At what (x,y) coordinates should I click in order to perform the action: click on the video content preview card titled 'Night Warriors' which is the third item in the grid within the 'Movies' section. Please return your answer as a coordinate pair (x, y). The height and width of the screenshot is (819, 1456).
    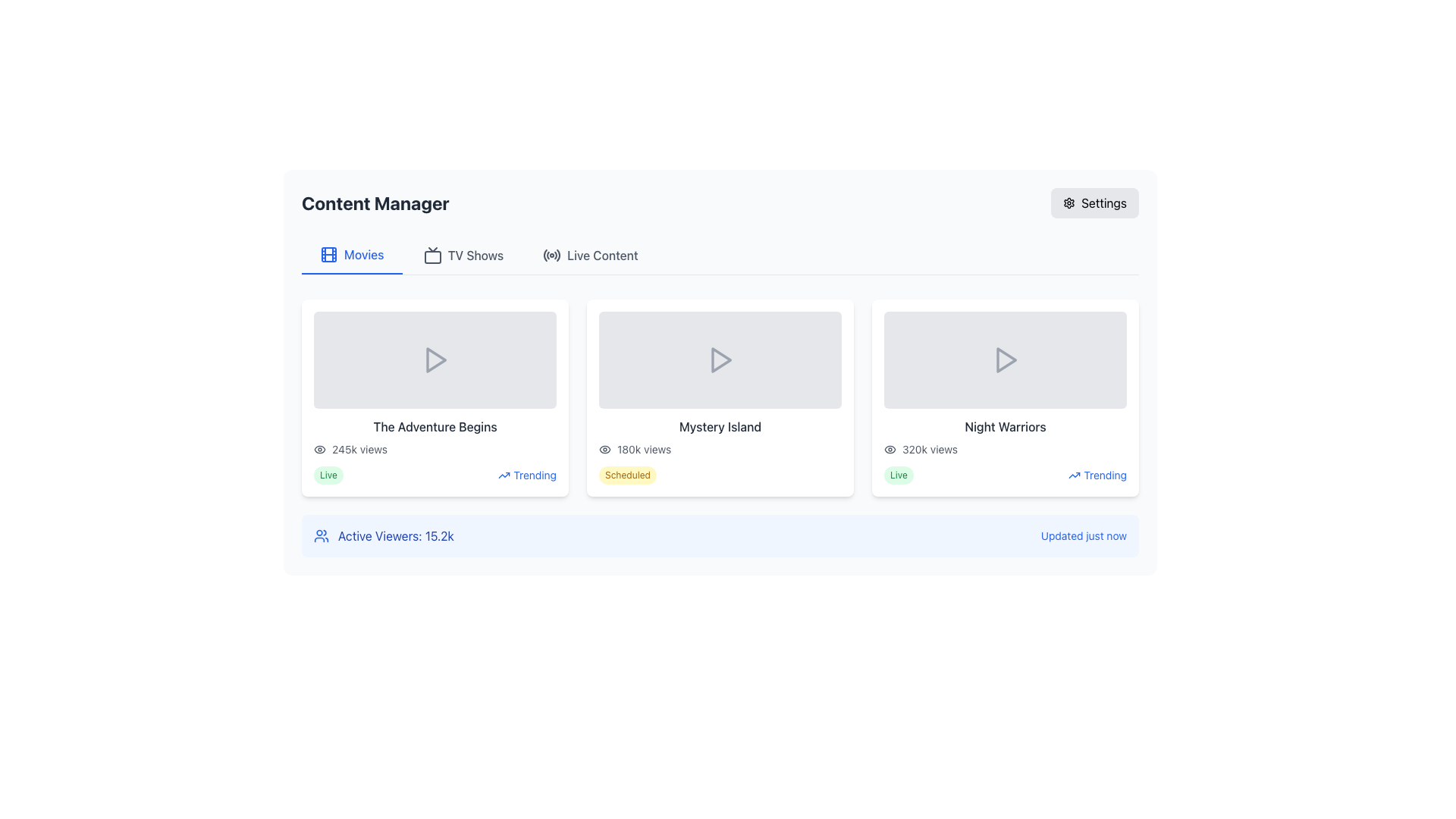
    Looking at the image, I should click on (1005, 397).